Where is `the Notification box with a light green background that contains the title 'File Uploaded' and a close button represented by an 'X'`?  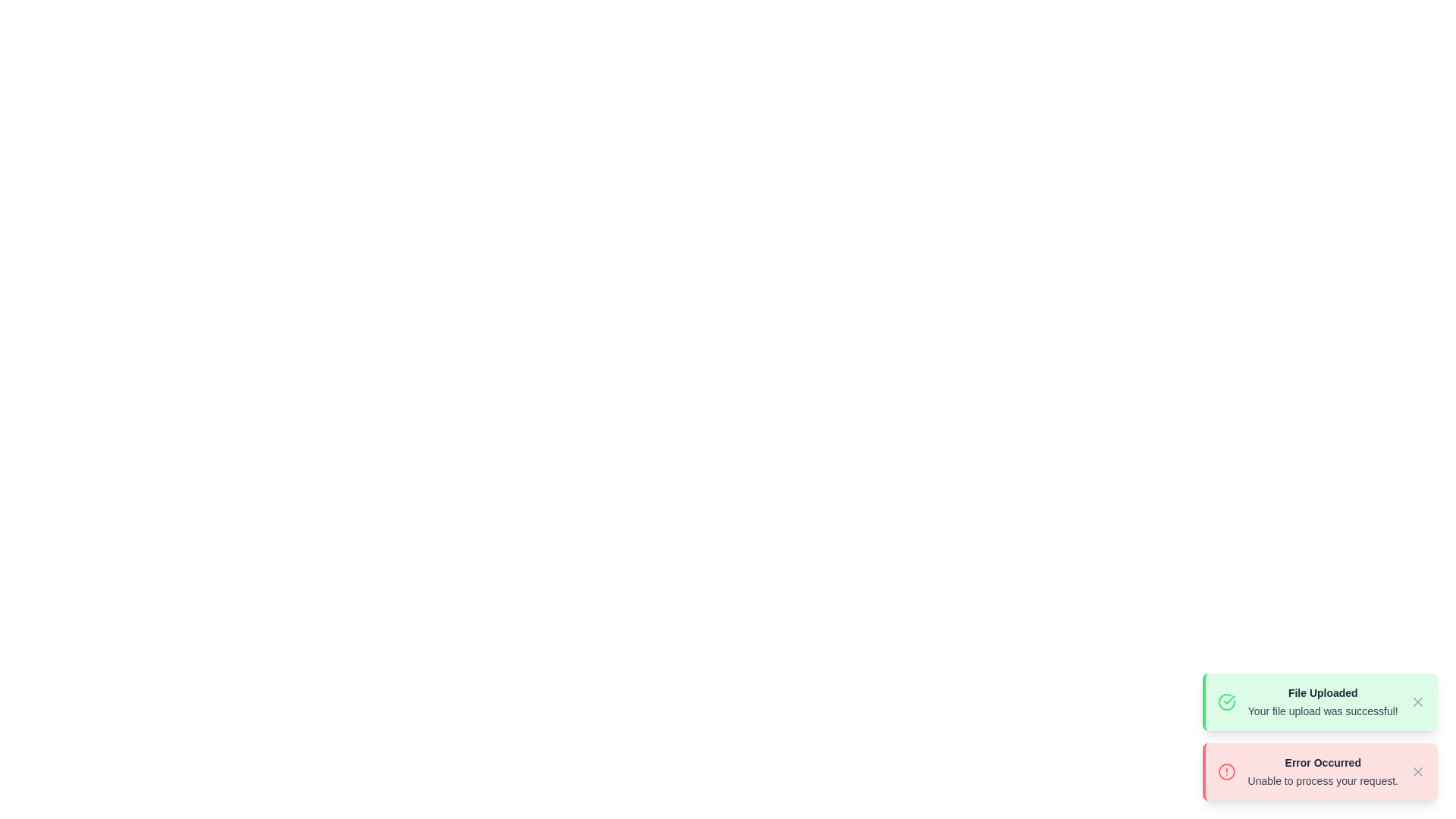 the Notification box with a light green background that contains the title 'File Uploaded' and a close button represented by an 'X' is located at coordinates (1319, 701).